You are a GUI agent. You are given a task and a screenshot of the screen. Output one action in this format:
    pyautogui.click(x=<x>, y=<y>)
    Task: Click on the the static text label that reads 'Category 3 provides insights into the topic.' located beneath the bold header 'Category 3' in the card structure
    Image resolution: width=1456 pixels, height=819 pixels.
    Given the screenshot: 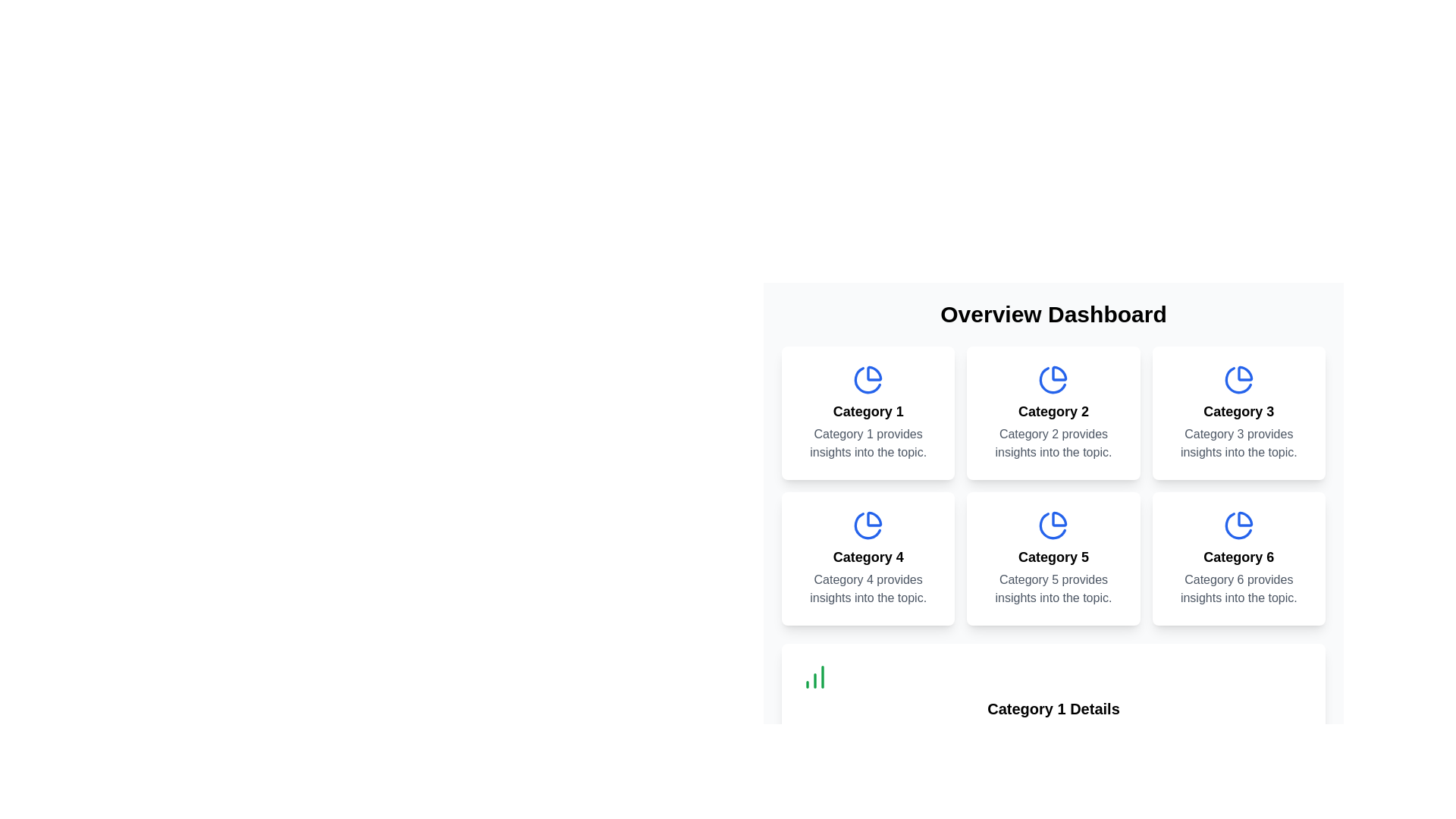 What is the action you would take?
    pyautogui.click(x=1238, y=444)
    